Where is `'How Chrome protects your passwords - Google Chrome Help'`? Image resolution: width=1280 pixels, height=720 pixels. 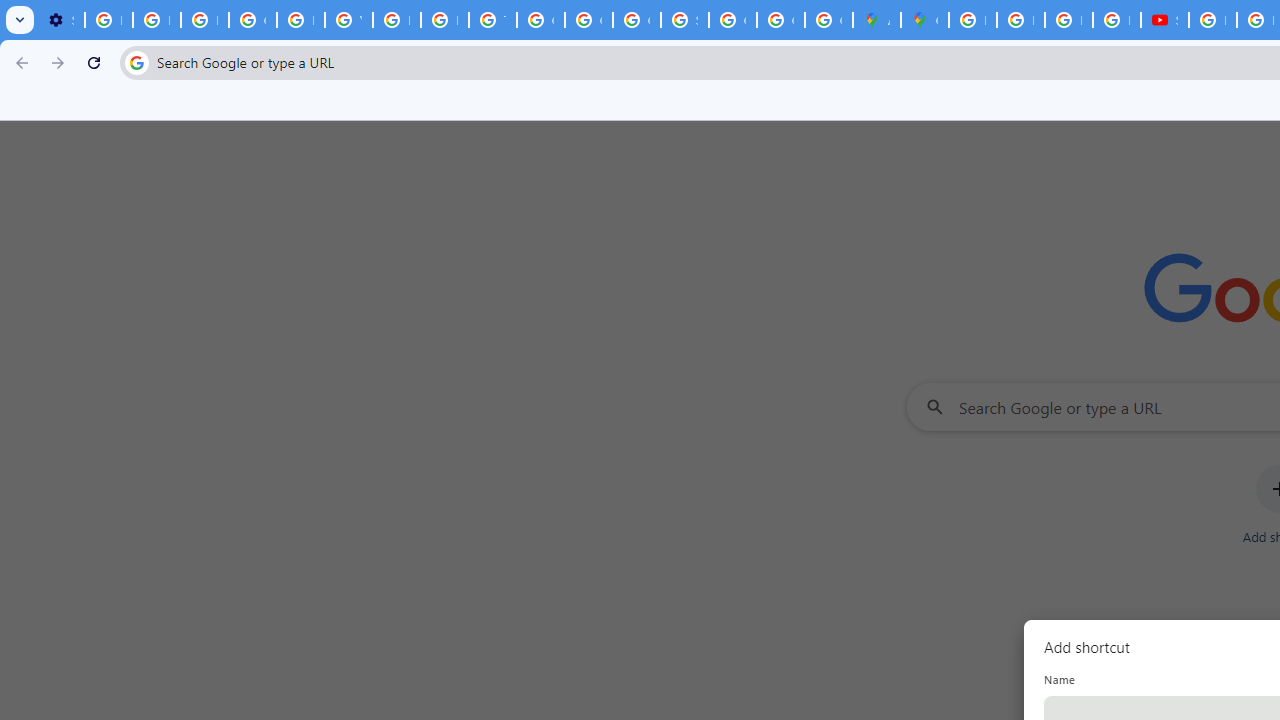 'How Chrome protects your passwords - Google Chrome Help' is located at coordinates (1211, 20).